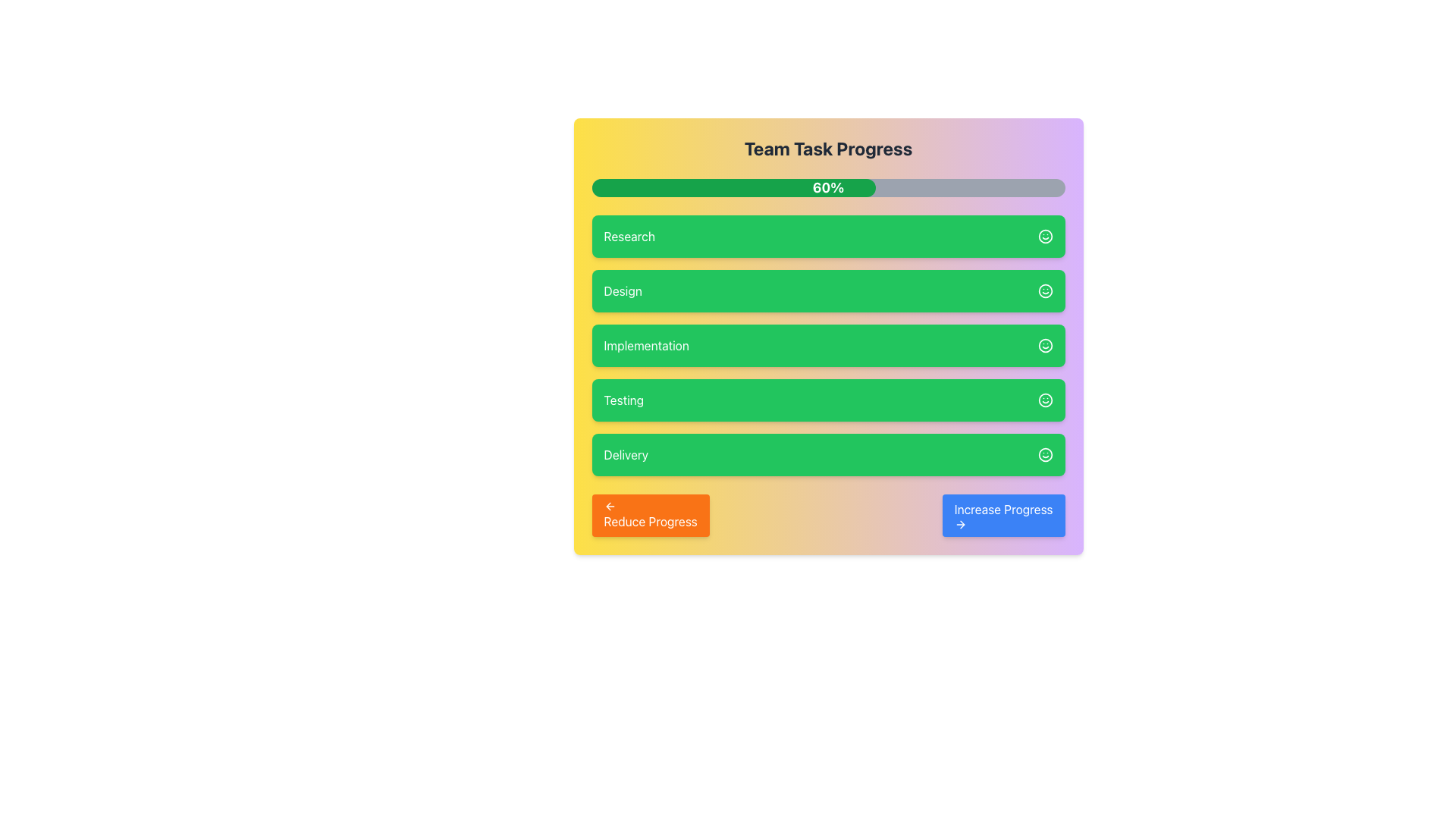 This screenshot has height=819, width=1456. What do you see at coordinates (623, 291) in the screenshot?
I see `the 'Design' task text label, which is the second item in the vertically stacked list of green rectangular labels, positioned between 'Research' and 'Implementation'` at bounding box center [623, 291].